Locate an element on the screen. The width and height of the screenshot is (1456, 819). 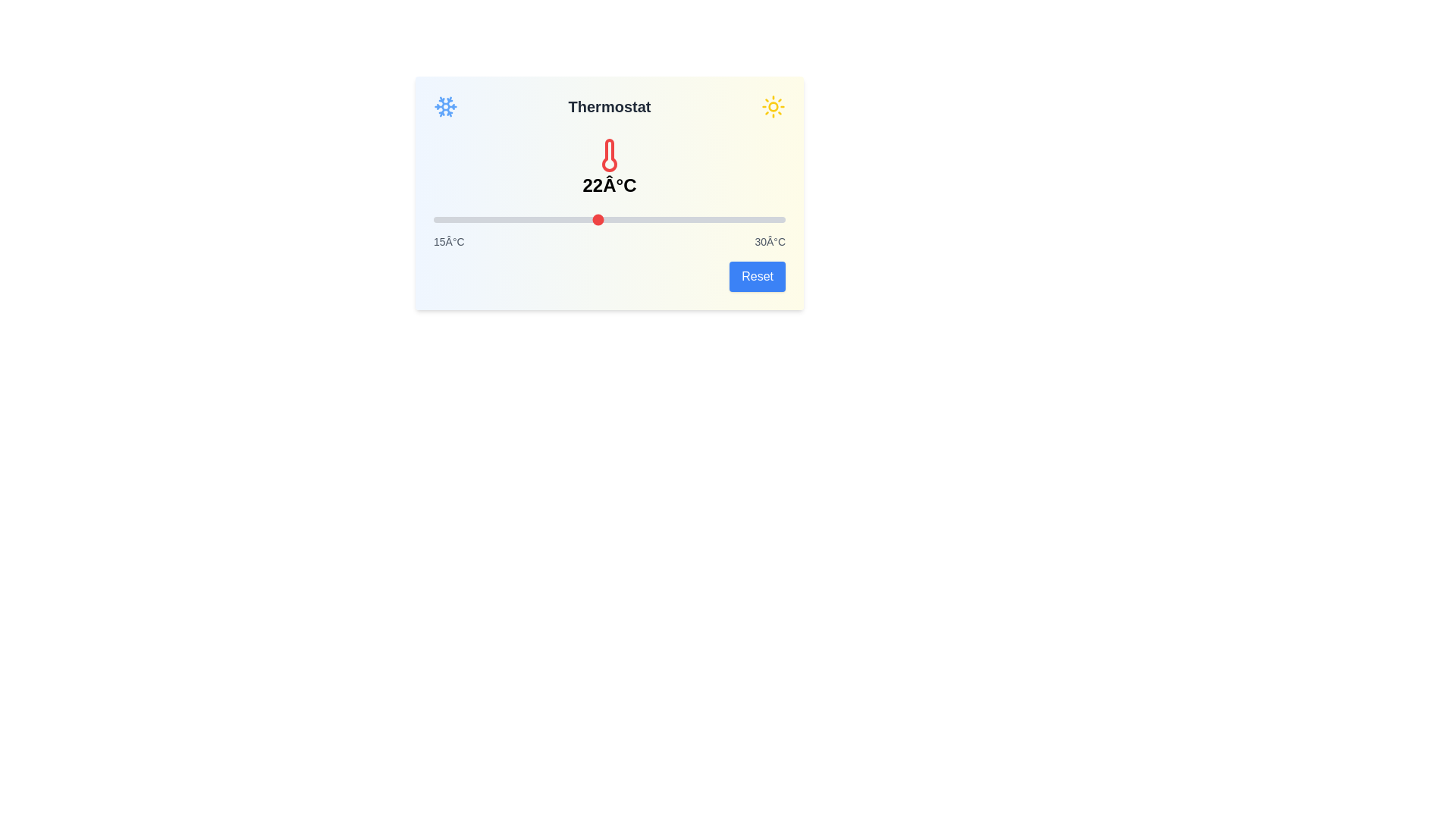
the slider to set the temperature to 20 degrees is located at coordinates (550, 219).